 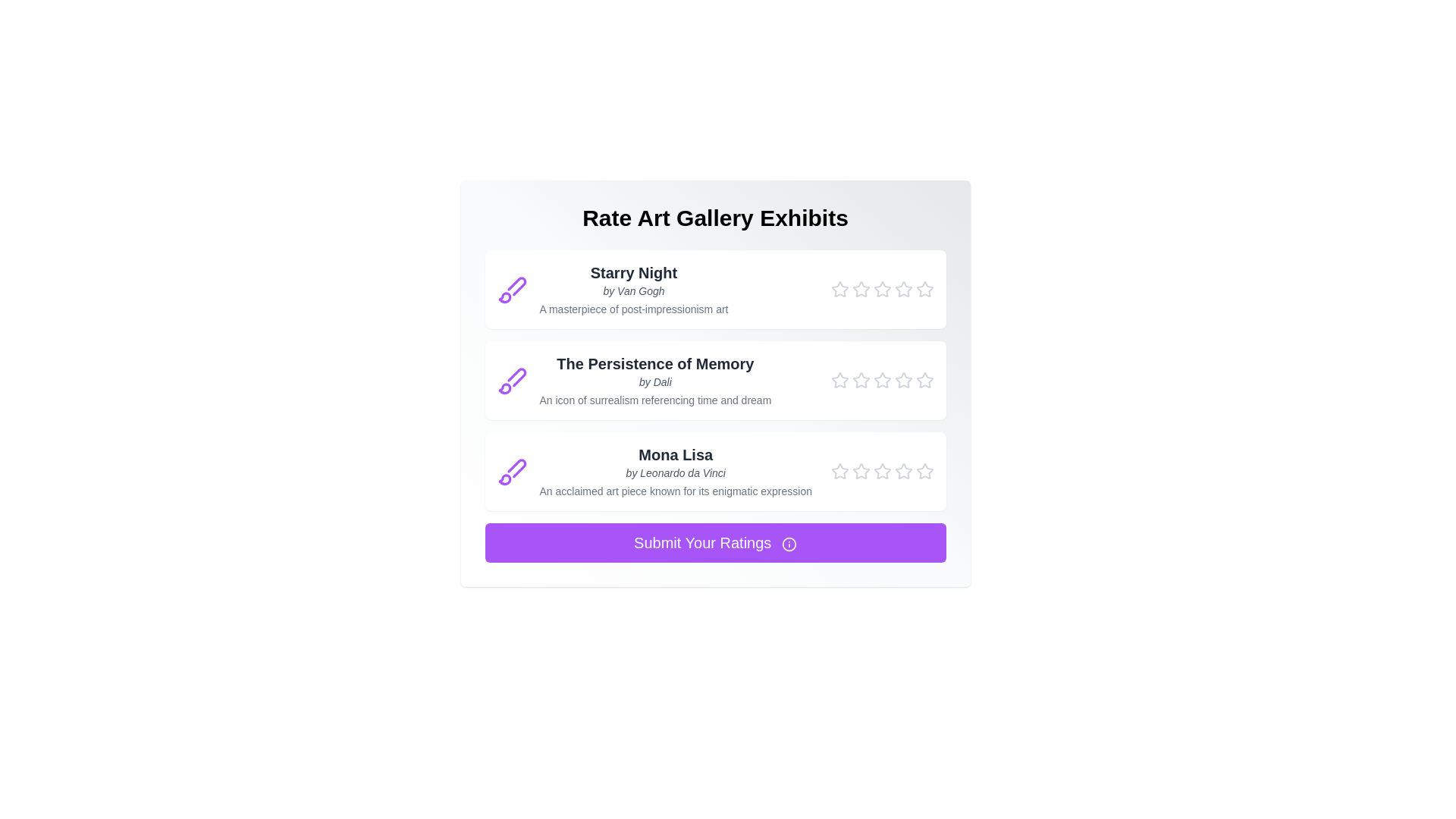 What do you see at coordinates (924, 289) in the screenshot?
I see `the star corresponding to 5 stars to preview the rating` at bounding box center [924, 289].